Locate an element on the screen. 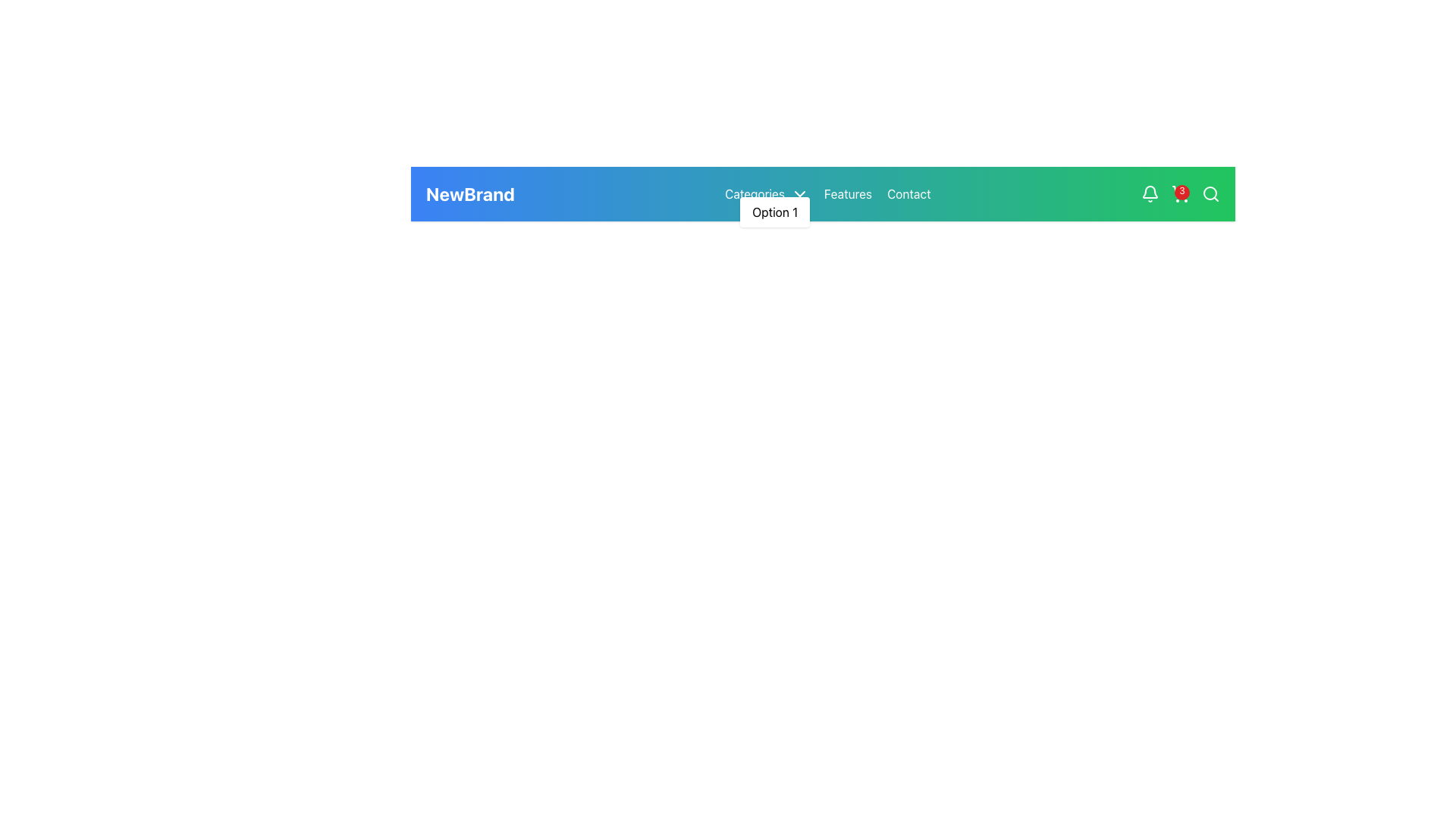 The image size is (1456, 819). the shopping cart icon with a red notification badge located in the top-right section of the navigation bar is located at coordinates (1179, 193).